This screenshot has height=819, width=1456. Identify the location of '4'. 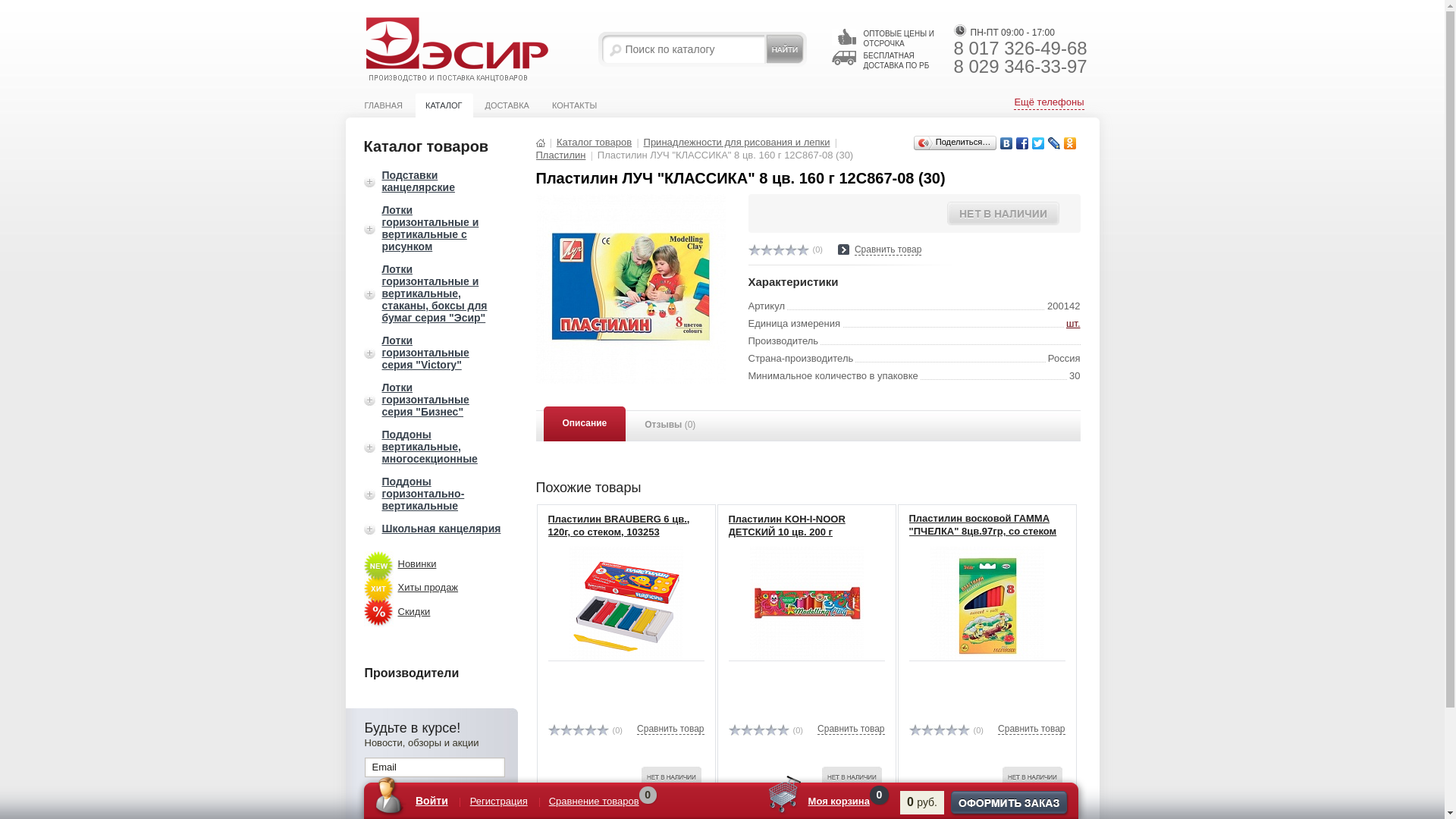
(789, 249).